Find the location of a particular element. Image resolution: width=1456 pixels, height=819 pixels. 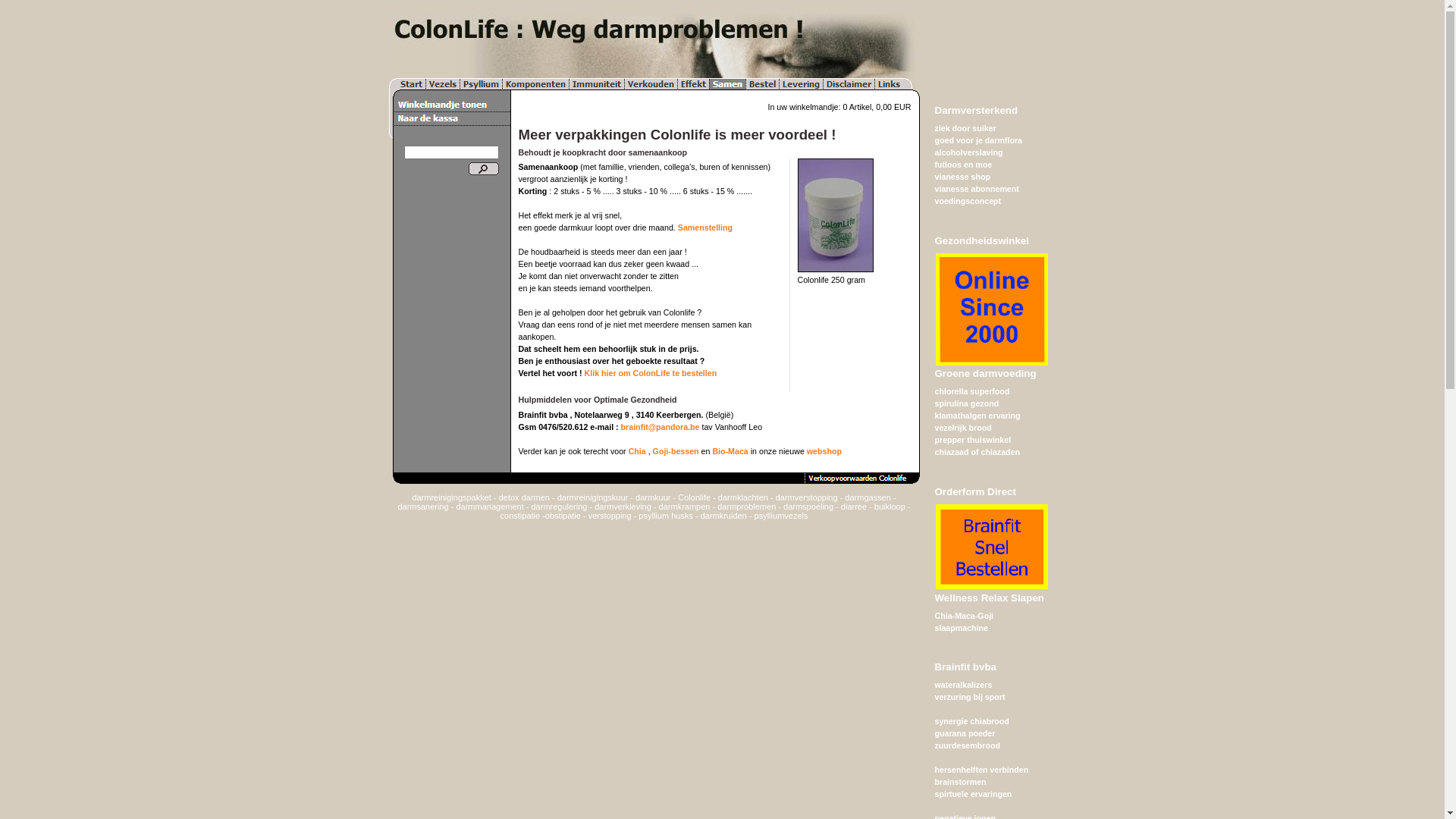

'goed voor je darmflora' is located at coordinates (977, 140).